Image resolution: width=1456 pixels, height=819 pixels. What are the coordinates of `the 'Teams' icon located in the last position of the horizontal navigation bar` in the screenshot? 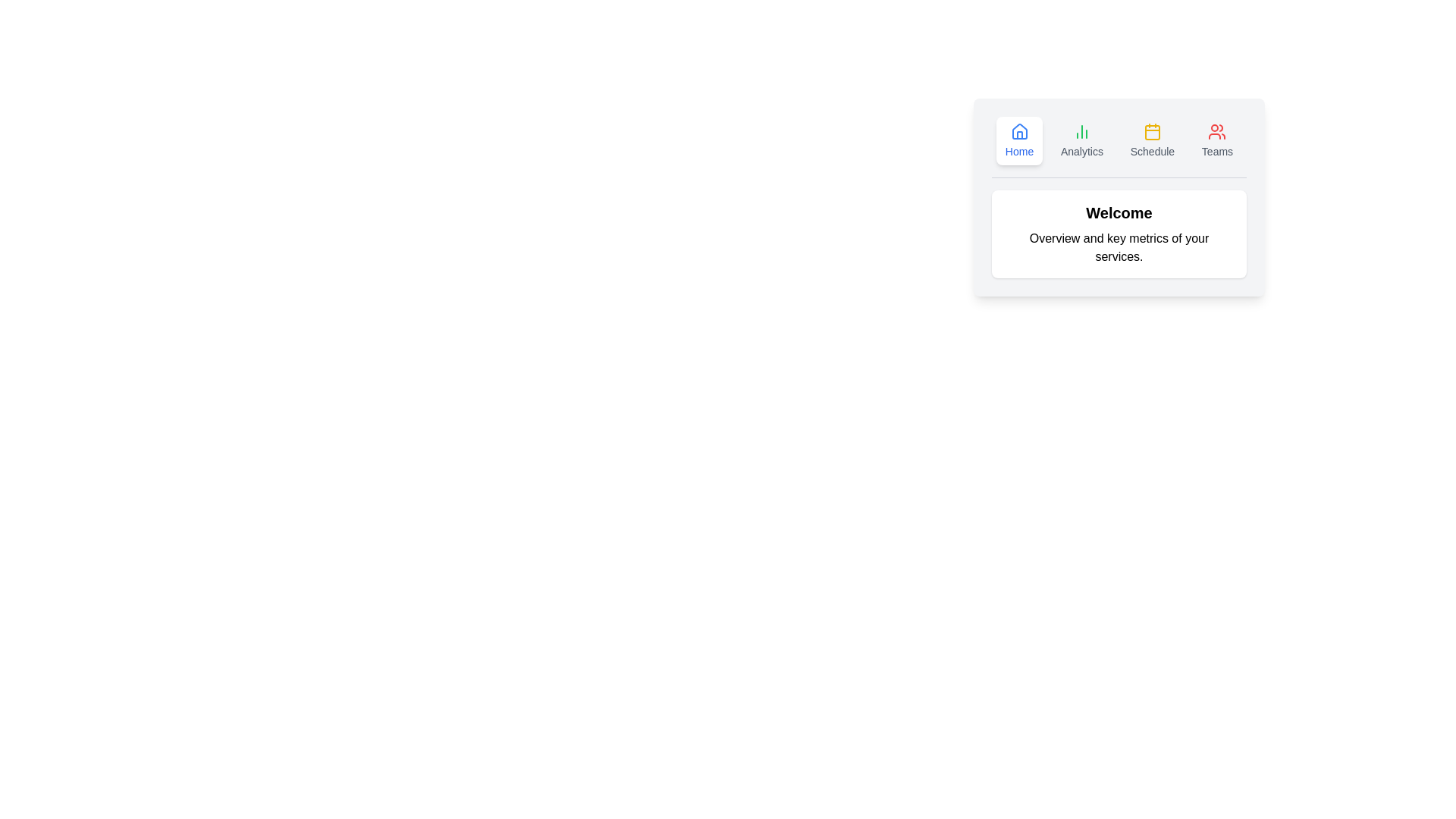 It's located at (1217, 130).